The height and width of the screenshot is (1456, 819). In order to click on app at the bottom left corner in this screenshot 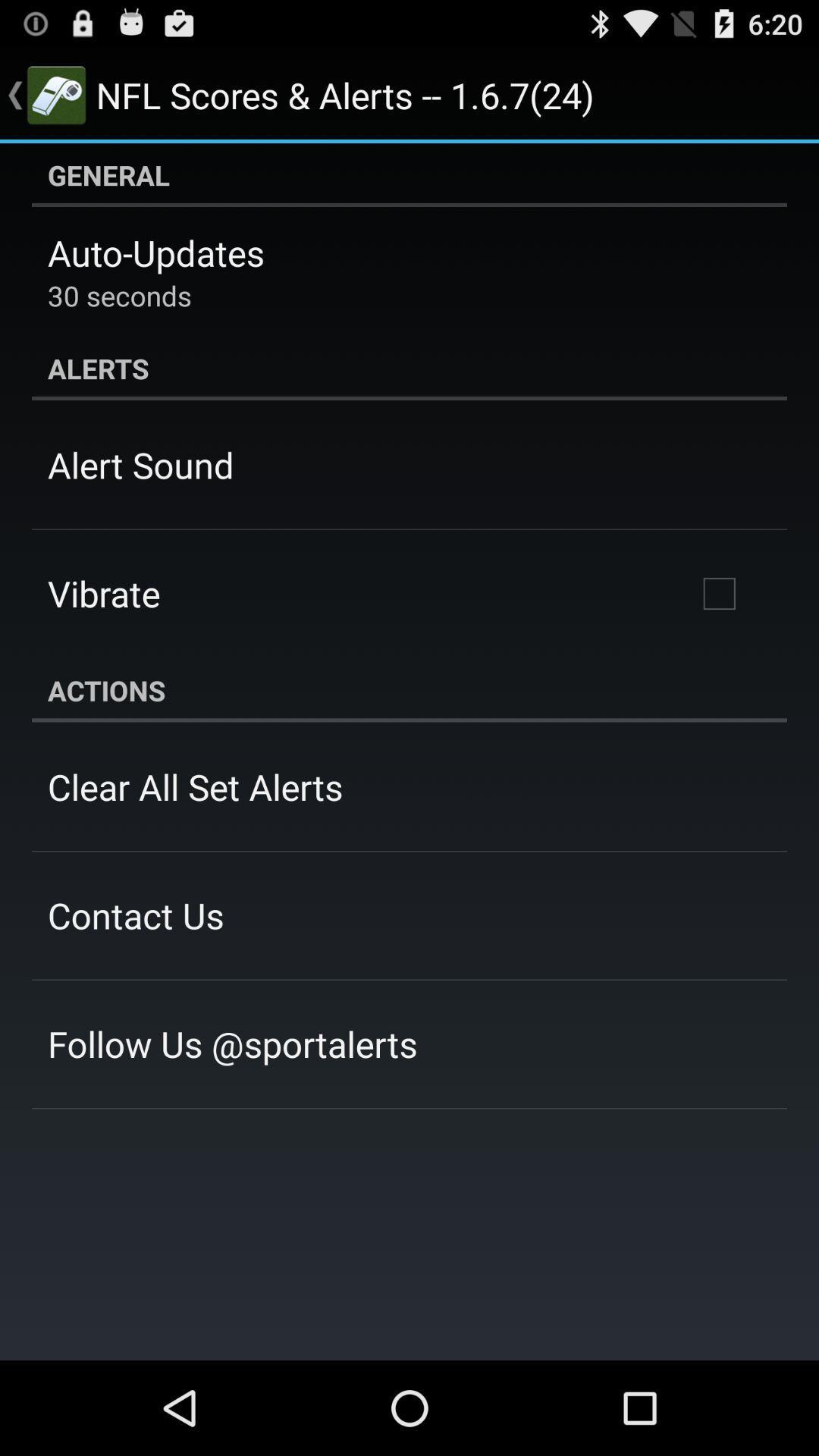, I will do `click(232, 1043)`.